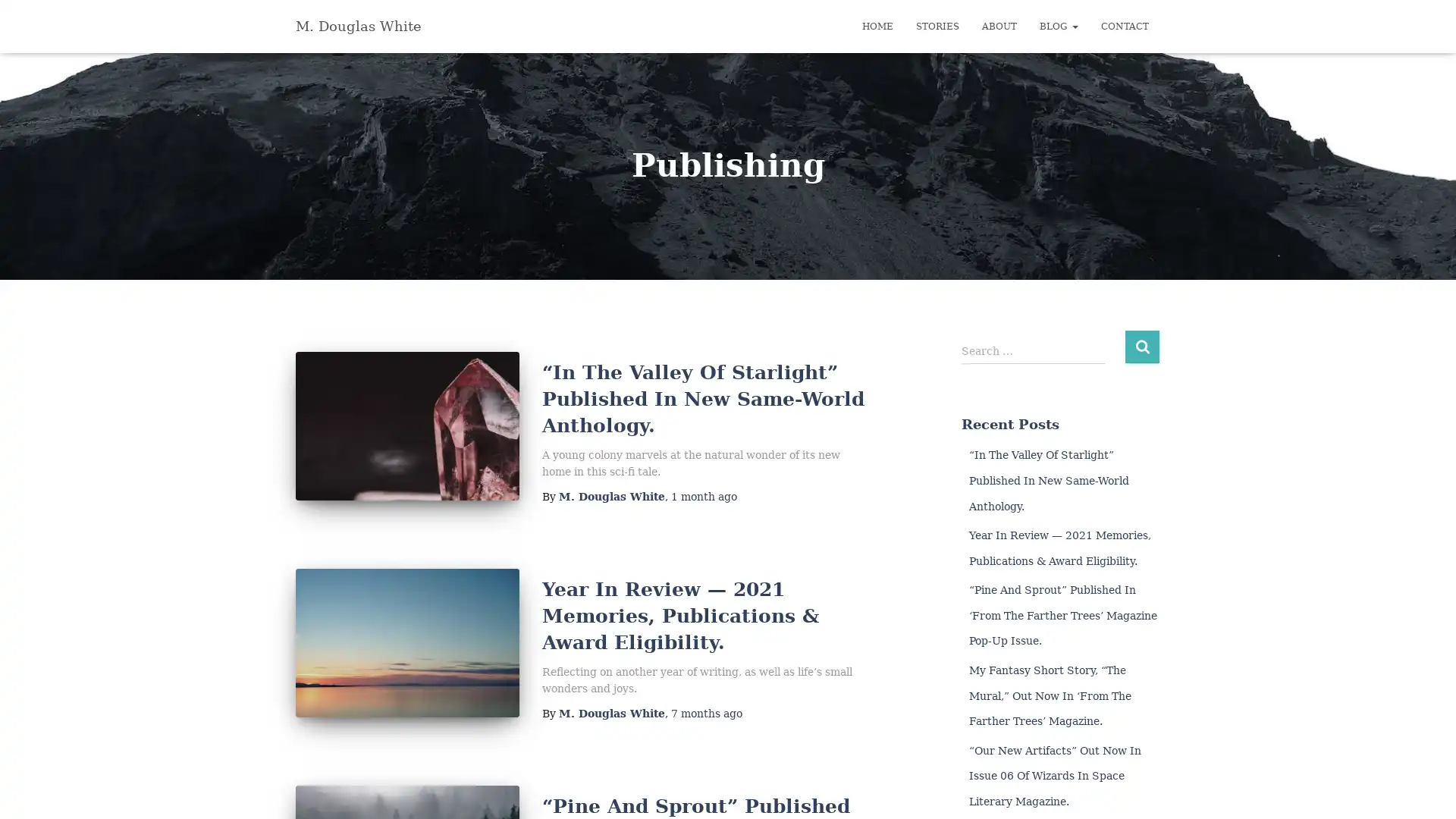 Image resolution: width=1456 pixels, height=819 pixels. What do you see at coordinates (1142, 346) in the screenshot?
I see `Search` at bounding box center [1142, 346].